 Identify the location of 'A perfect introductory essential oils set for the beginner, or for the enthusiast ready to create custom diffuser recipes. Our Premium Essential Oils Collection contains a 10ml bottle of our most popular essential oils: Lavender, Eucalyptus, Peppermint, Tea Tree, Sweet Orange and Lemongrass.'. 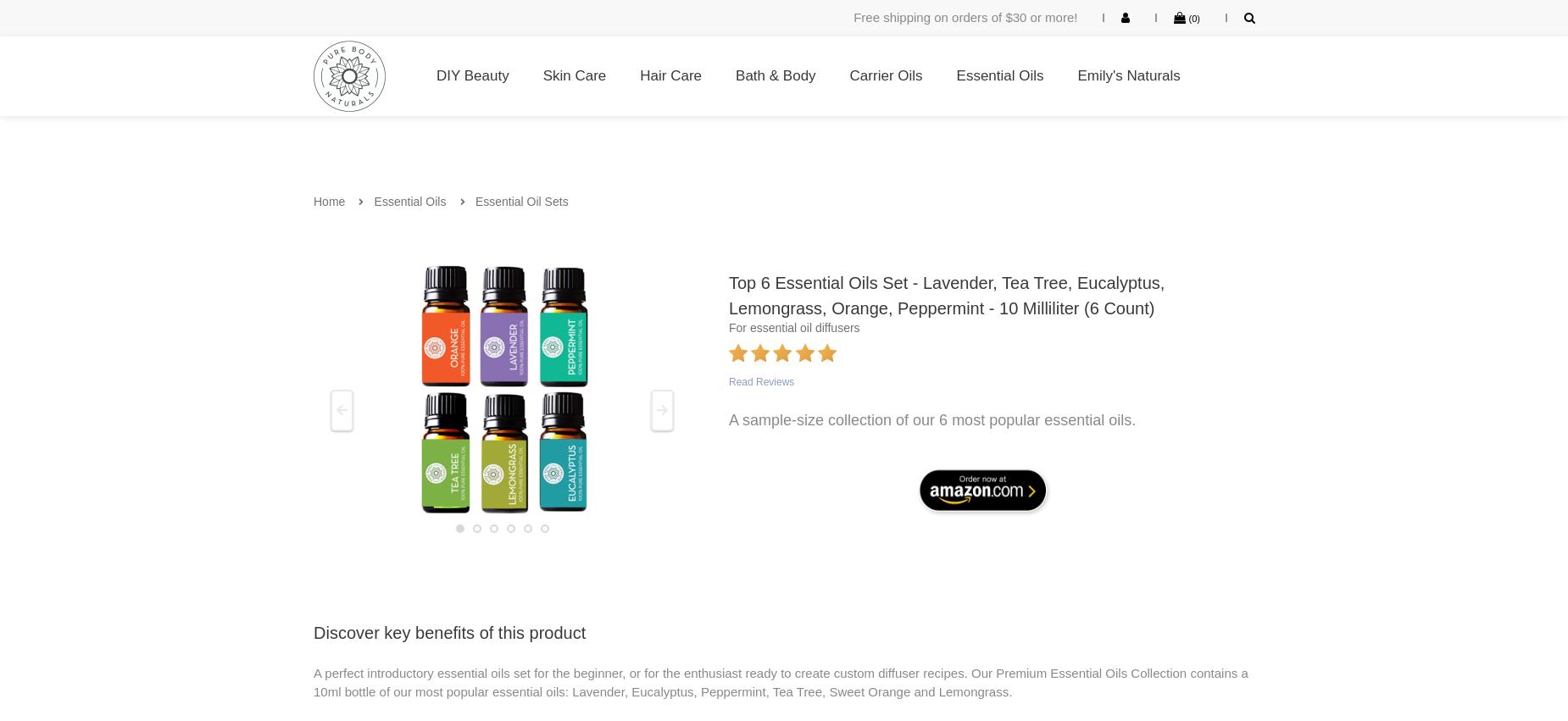
(780, 680).